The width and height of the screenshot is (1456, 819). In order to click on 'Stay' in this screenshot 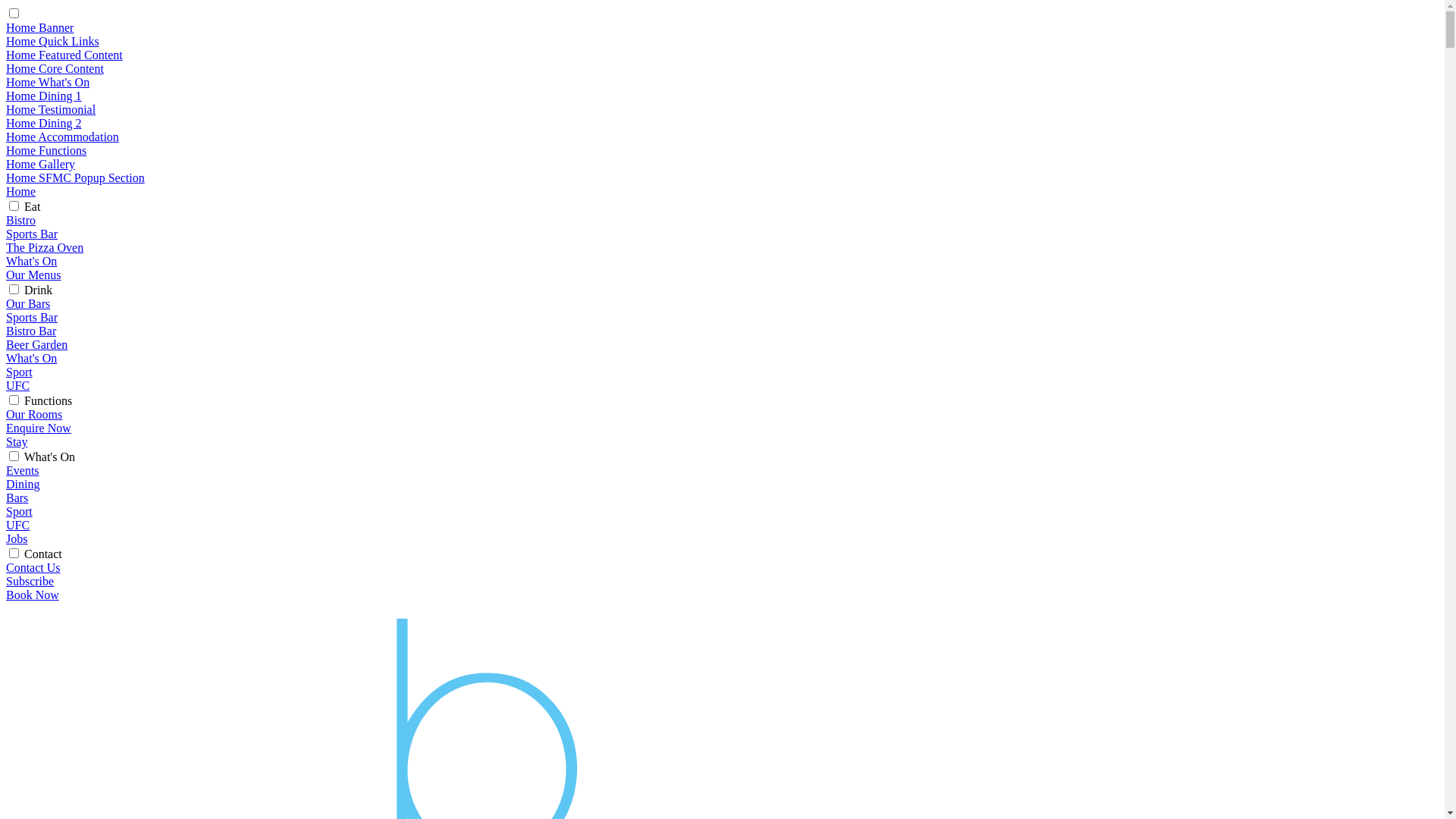, I will do `click(17, 441)`.